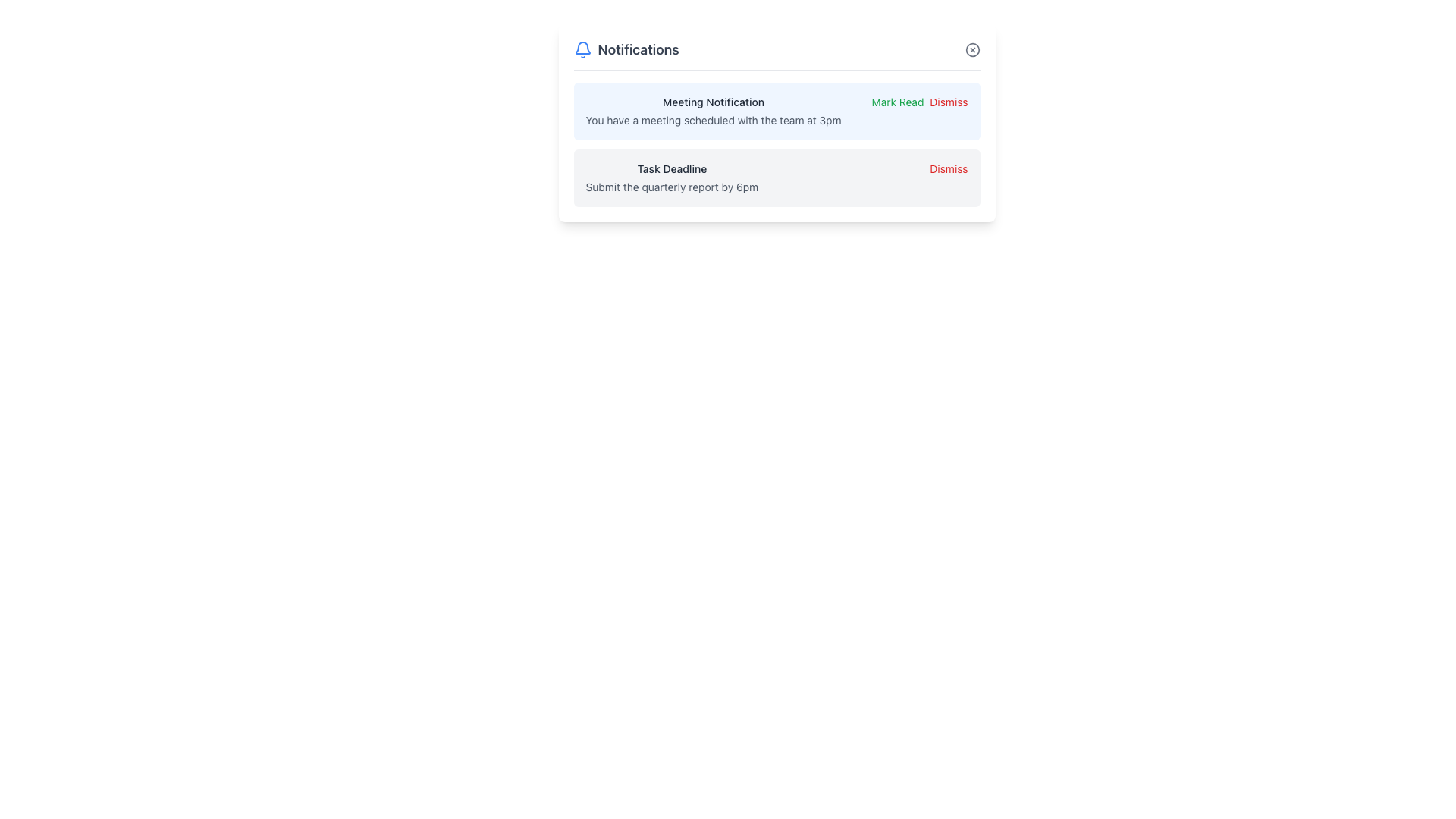 The width and height of the screenshot is (1456, 819). Describe the element at coordinates (671, 186) in the screenshot. I see `the static text that conveys a notification message specifying an action deadline, located in the notifications area under the 'Task Deadline' section` at that location.